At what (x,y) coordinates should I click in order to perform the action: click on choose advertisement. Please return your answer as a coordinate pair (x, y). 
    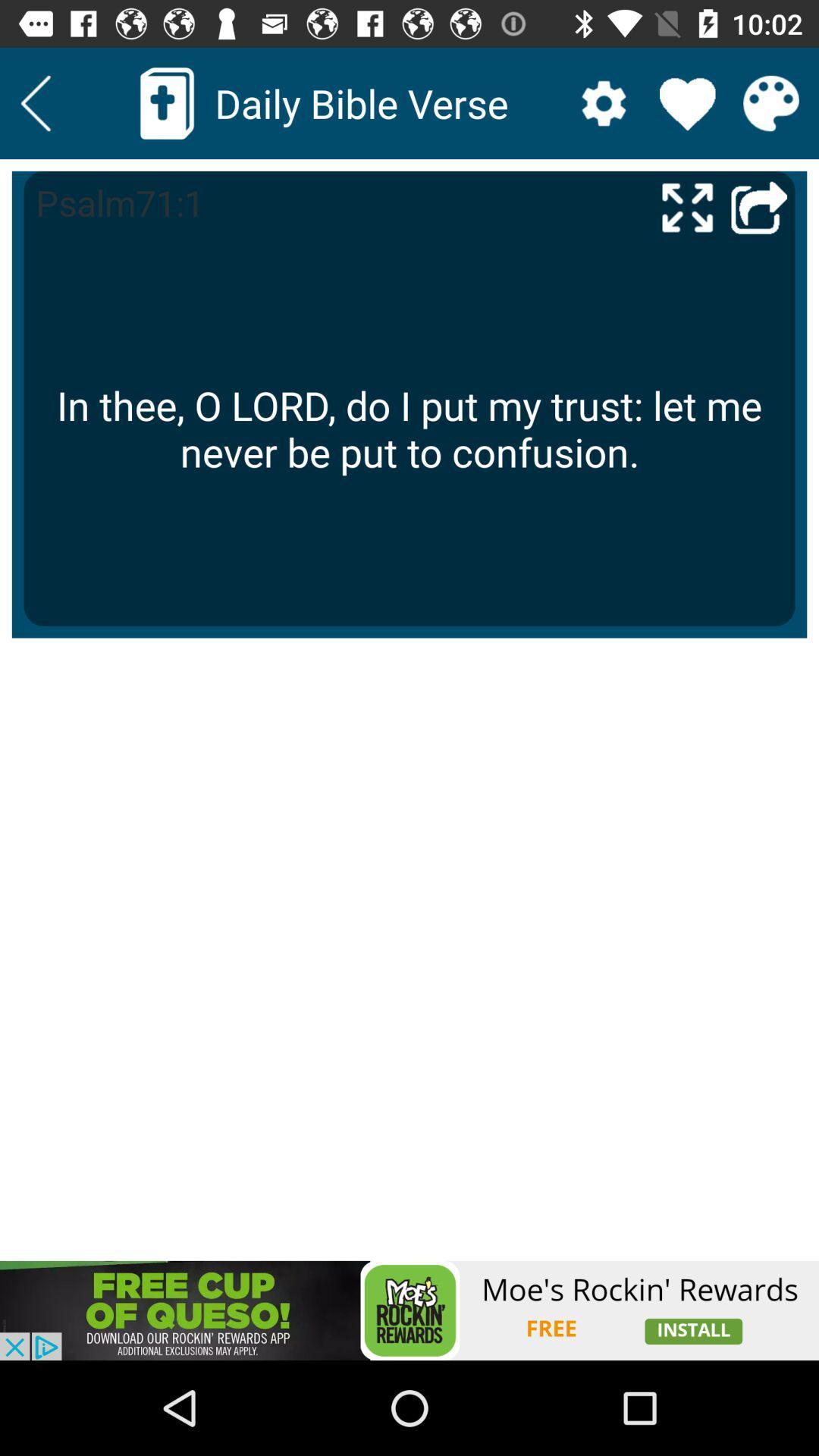
    Looking at the image, I should click on (409, 1310).